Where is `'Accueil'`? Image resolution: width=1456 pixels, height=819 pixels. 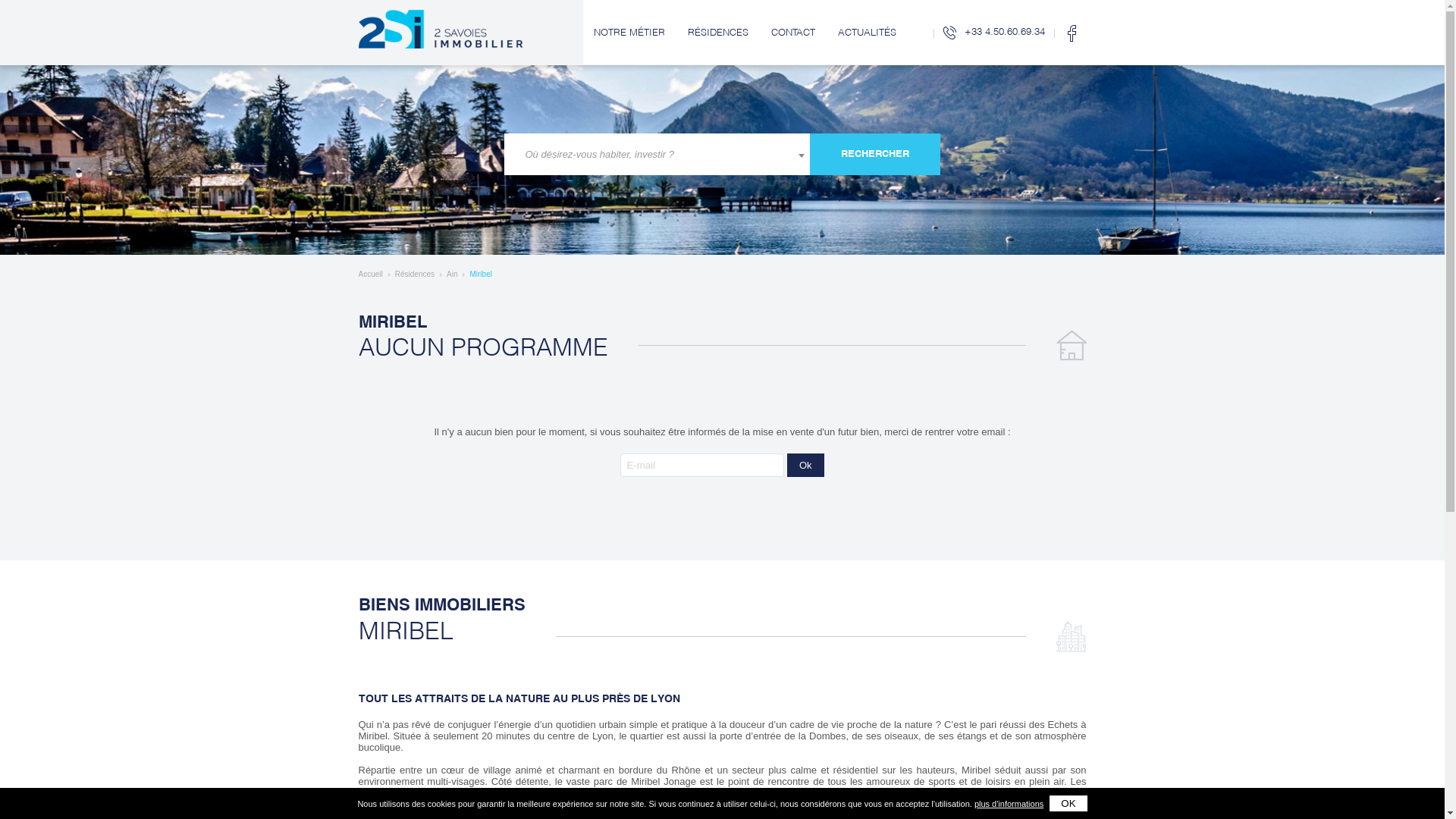
'Accueil' is located at coordinates (370, 274).